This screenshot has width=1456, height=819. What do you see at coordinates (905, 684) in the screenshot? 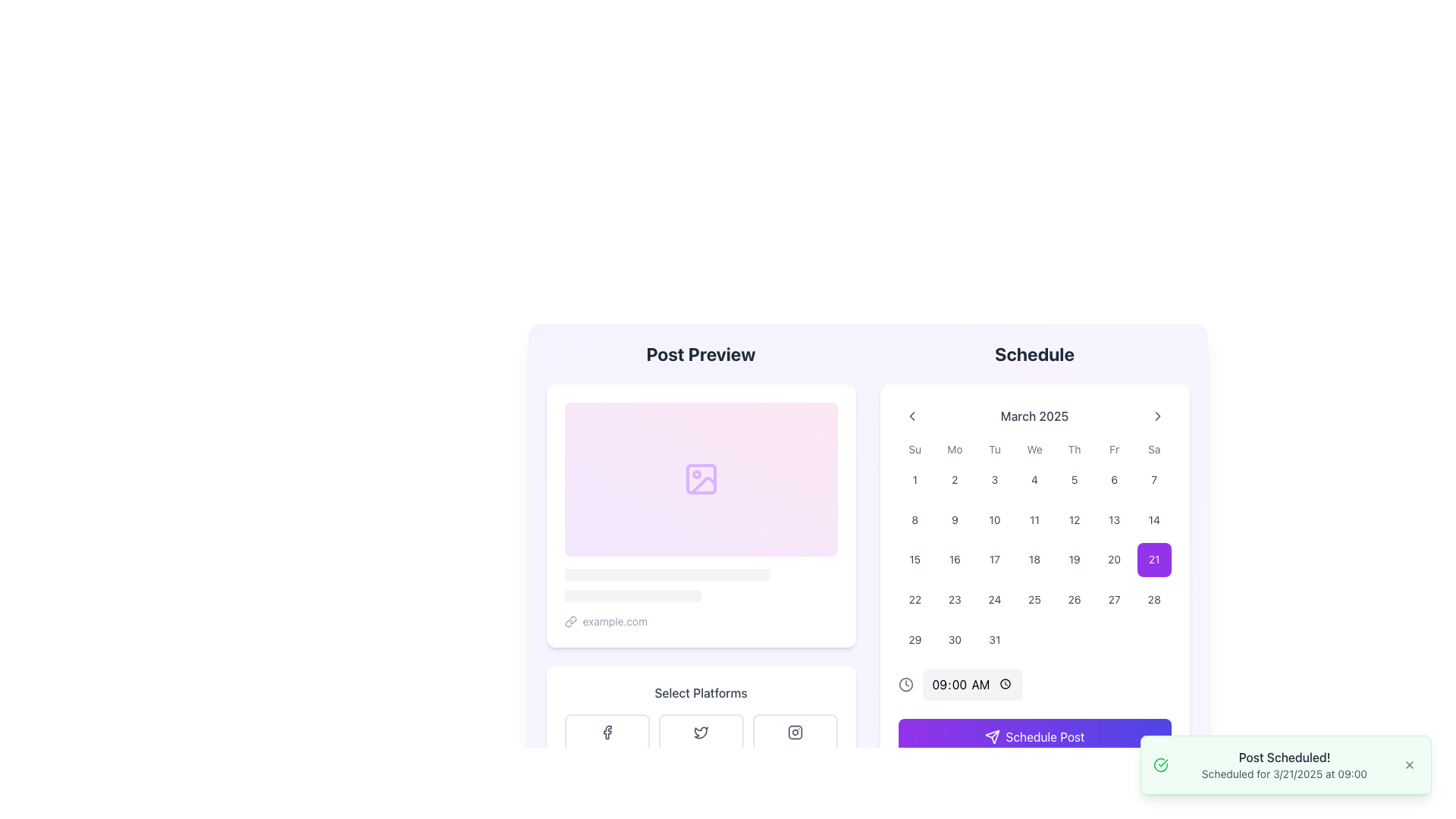
I see `the clock icon that indicates the time input field, which is located to the left of the time selection input box displaying '09:00 AM'` at bounding box center [905, 684].